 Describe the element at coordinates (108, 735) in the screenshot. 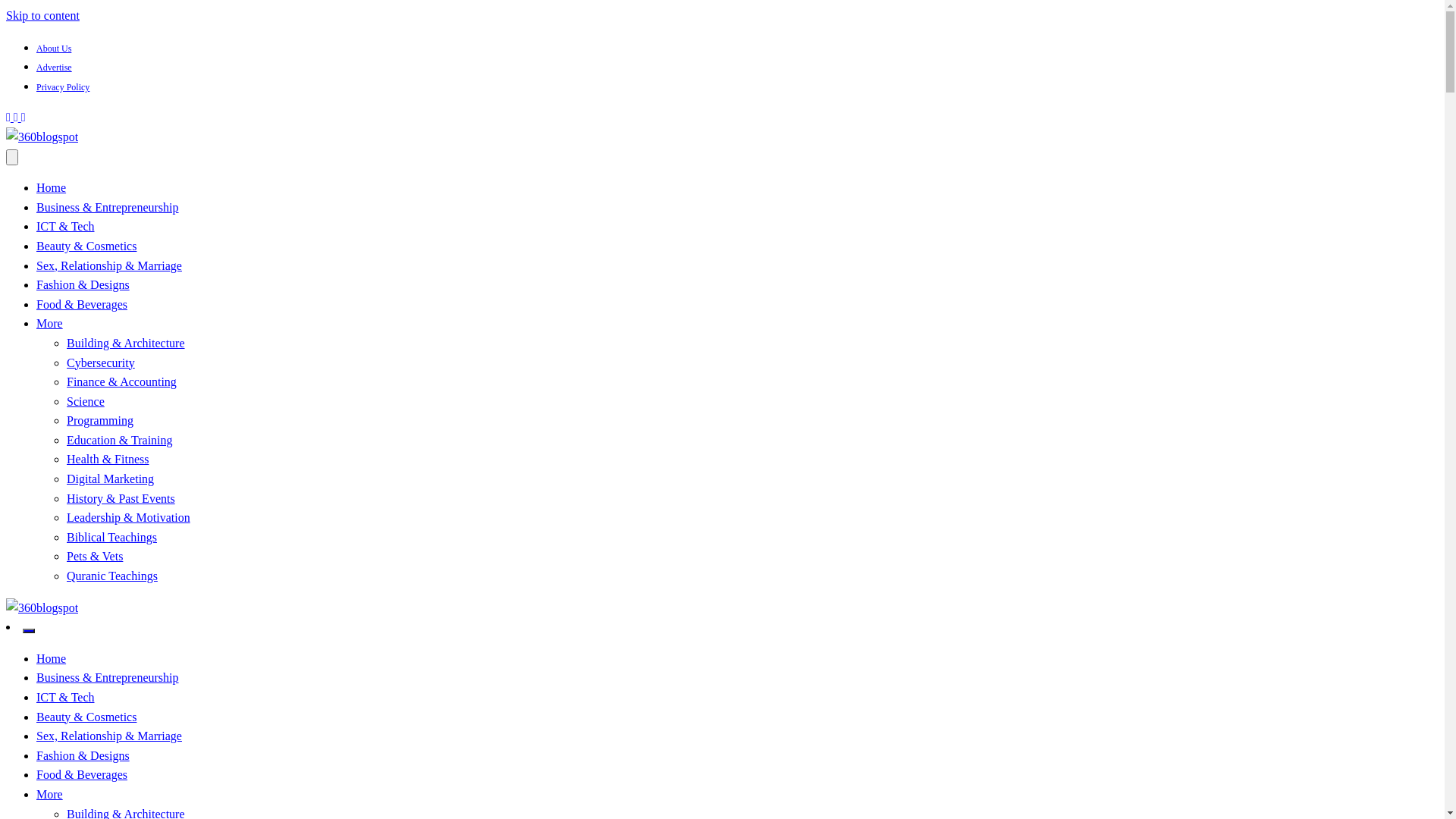

I see `'Sex, Relationship & Marriage'` at that location.